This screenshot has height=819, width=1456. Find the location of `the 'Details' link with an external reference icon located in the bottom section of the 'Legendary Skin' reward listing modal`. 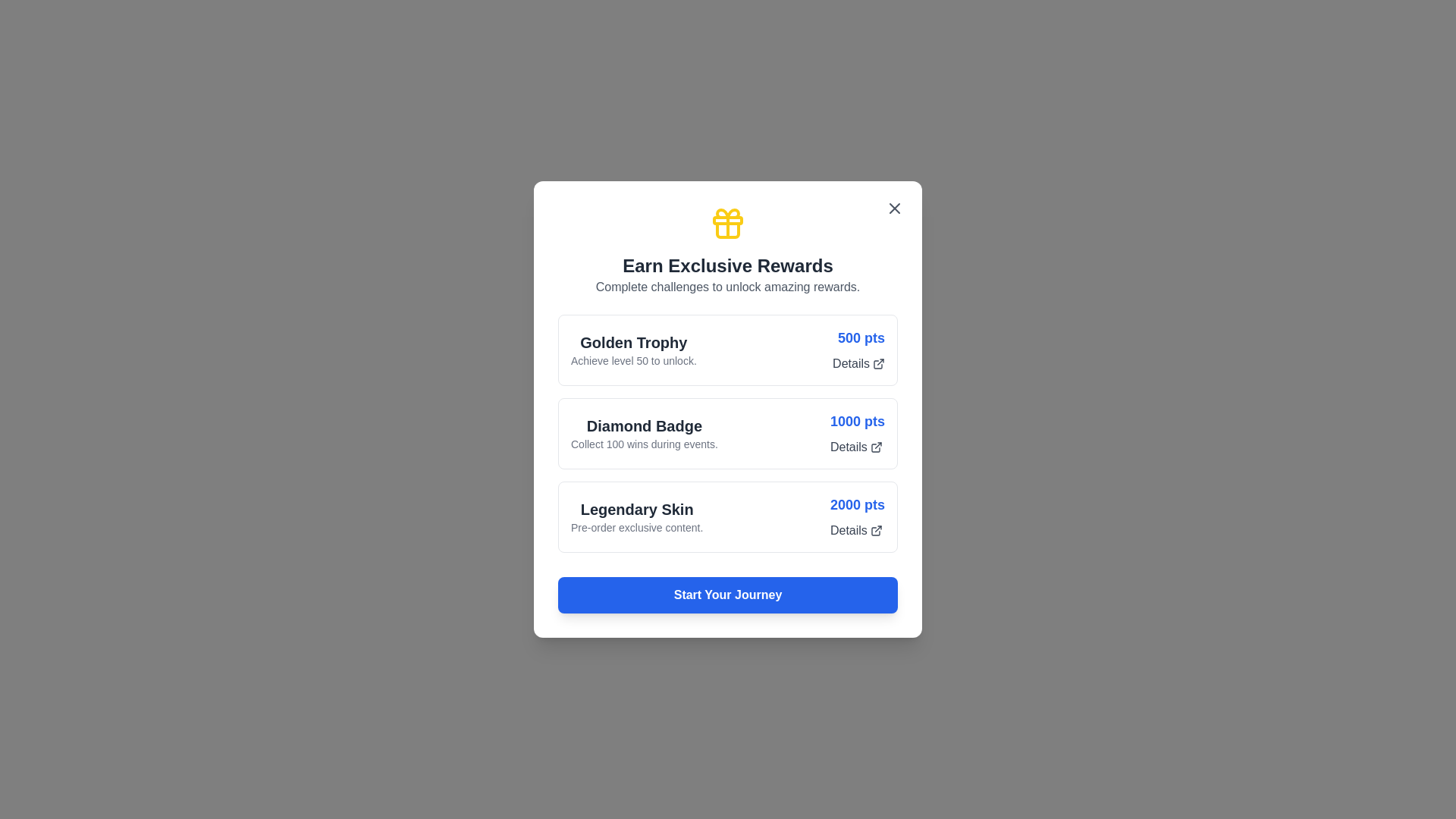

the 'Details' link with an external reference icon located in the bottom section of the 'Legendary Skin' reward listing modal is located at coordinates (856, 529).